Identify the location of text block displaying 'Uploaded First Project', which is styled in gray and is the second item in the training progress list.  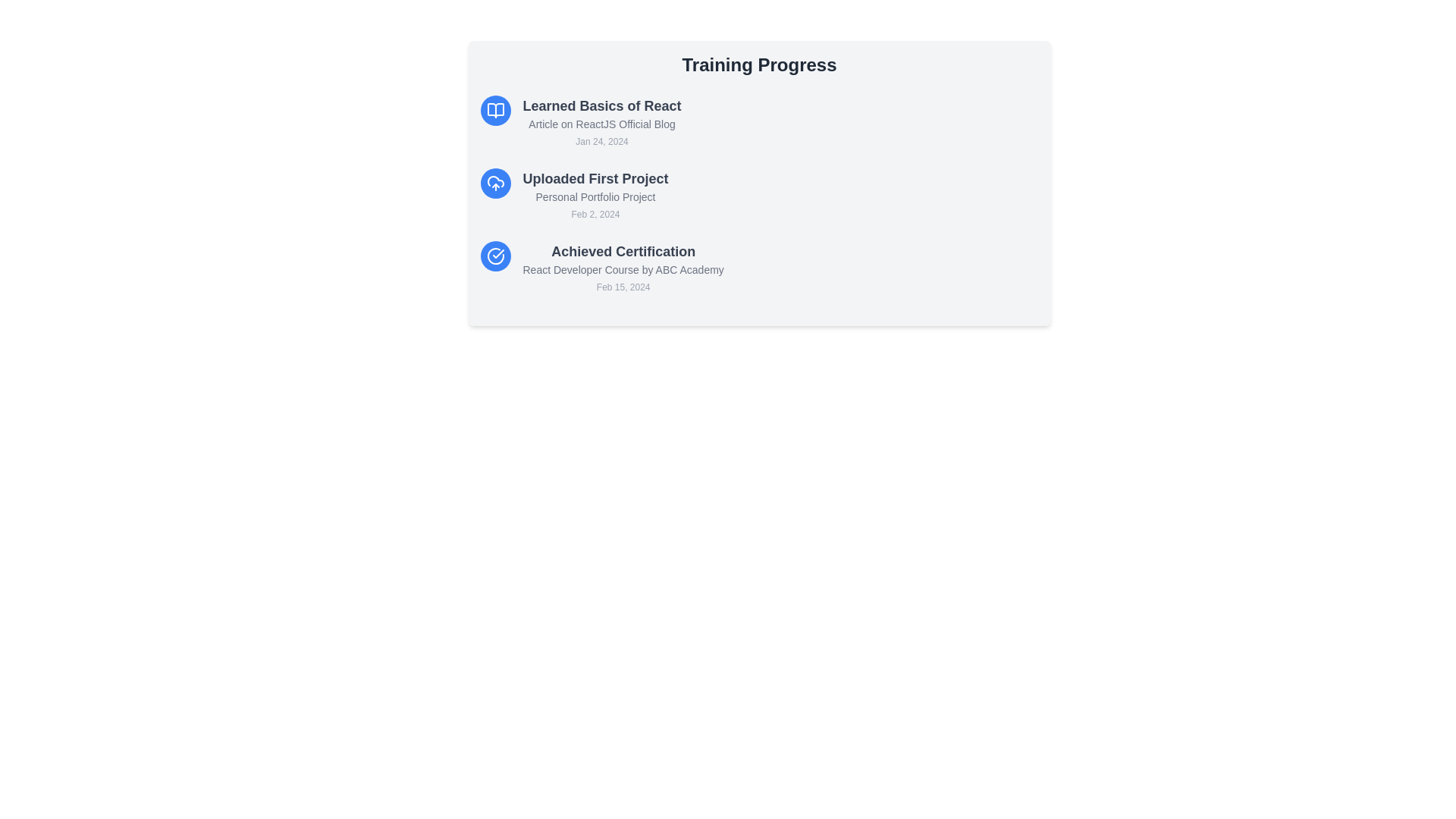
(595, 177).